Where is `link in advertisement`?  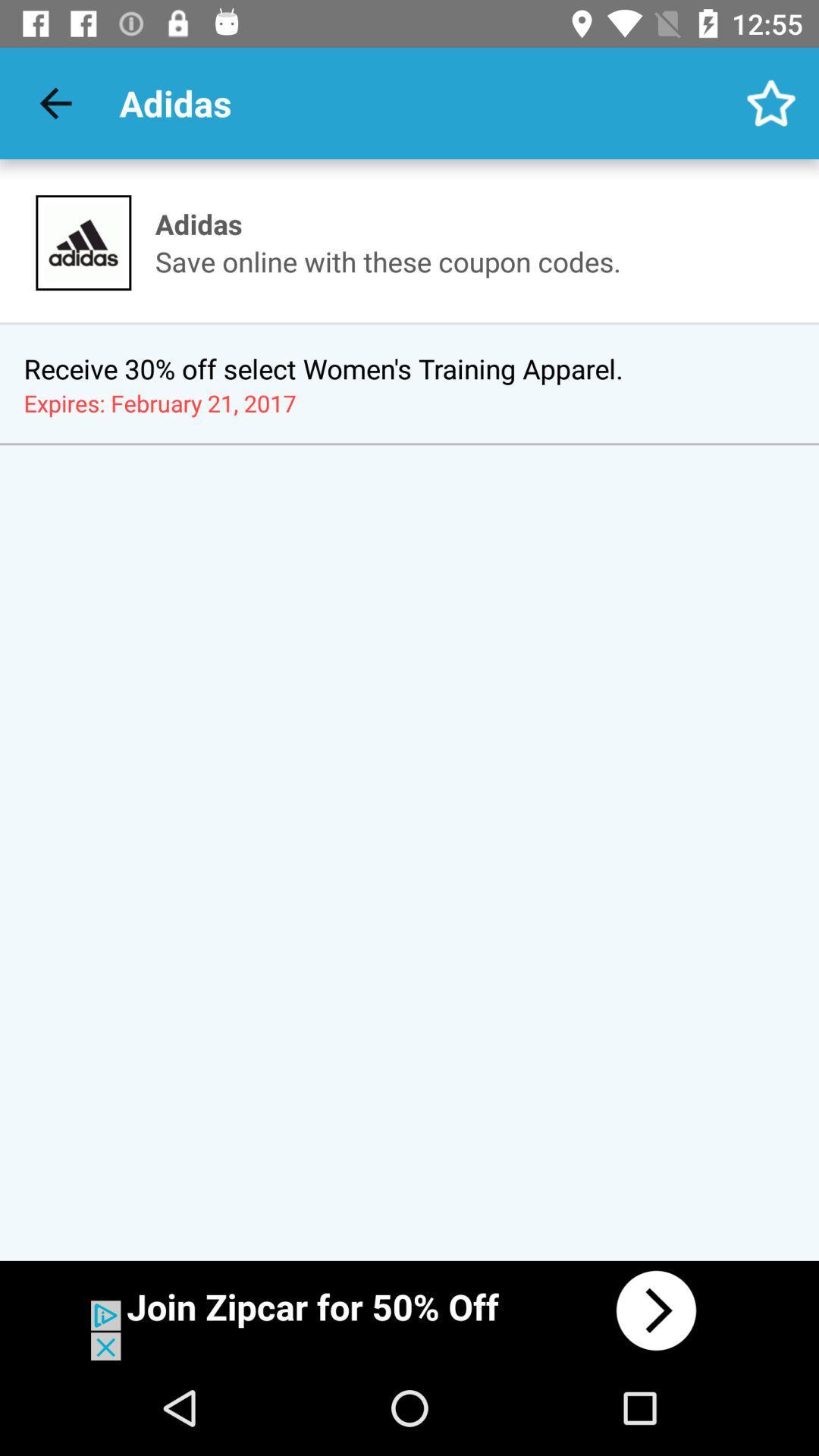 link in advertisement is located at coordinates (409, 1310).